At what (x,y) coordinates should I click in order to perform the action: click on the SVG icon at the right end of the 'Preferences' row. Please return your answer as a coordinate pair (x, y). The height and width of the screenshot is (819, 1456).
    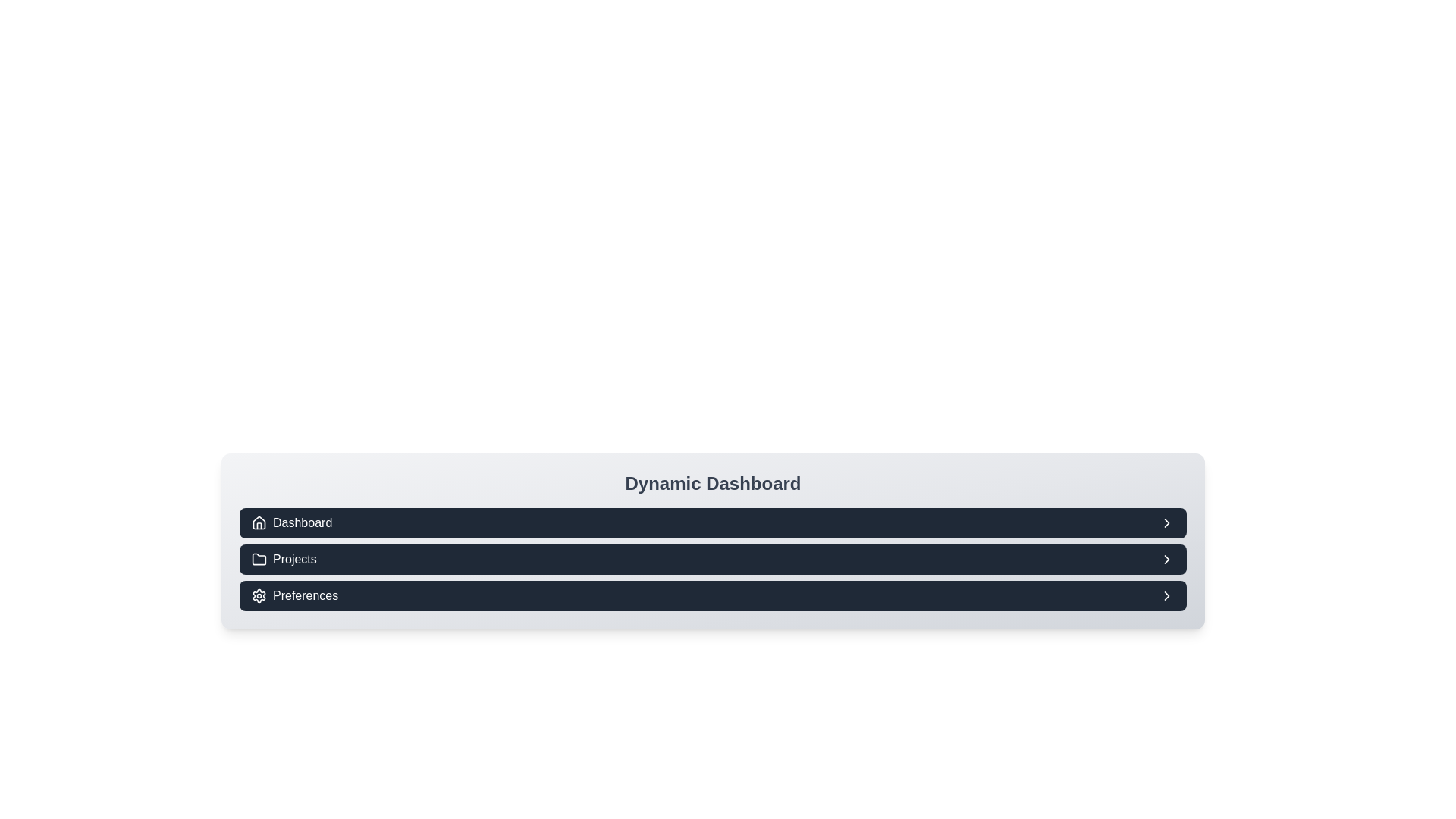
    Looking at the image, I should click on (1166, 595).